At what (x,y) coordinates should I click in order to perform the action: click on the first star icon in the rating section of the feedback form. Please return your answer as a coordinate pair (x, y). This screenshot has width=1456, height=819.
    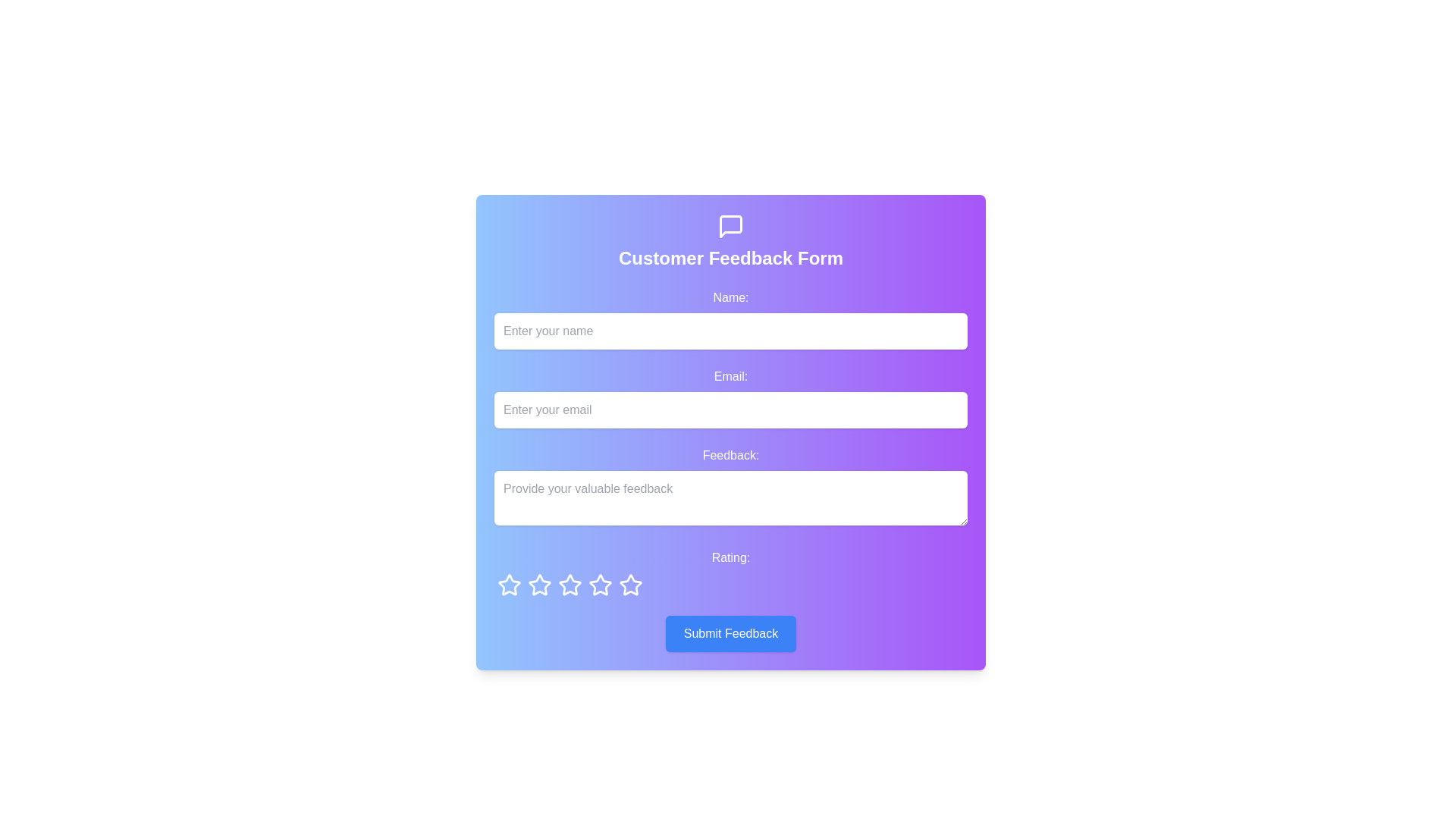
    Looking at the image, I should click on (510, 584).